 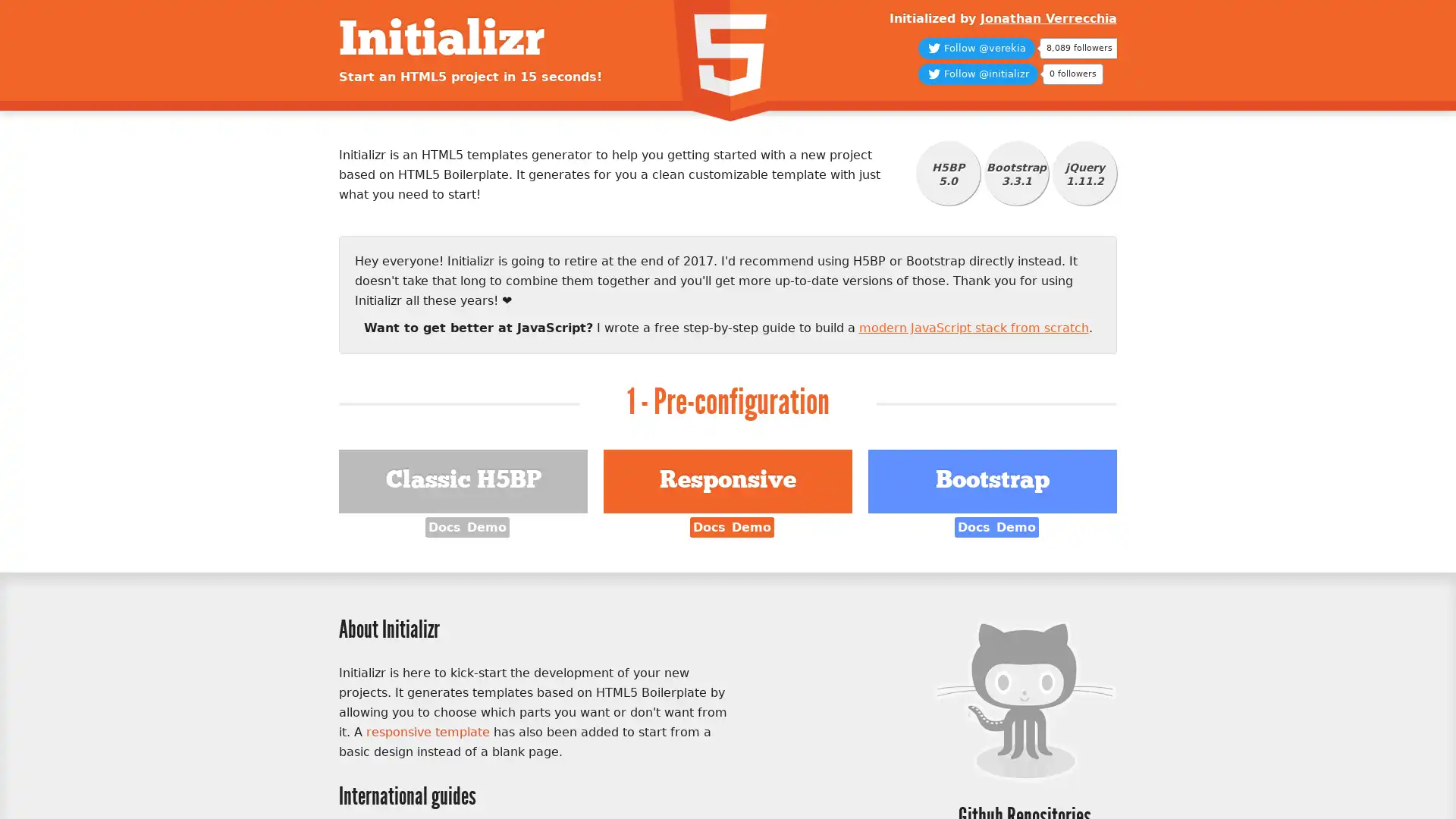 What do you see at coordinates (992, 482) in the screenshot?
I see `Bootstrap` at bounding box center [992, 482].